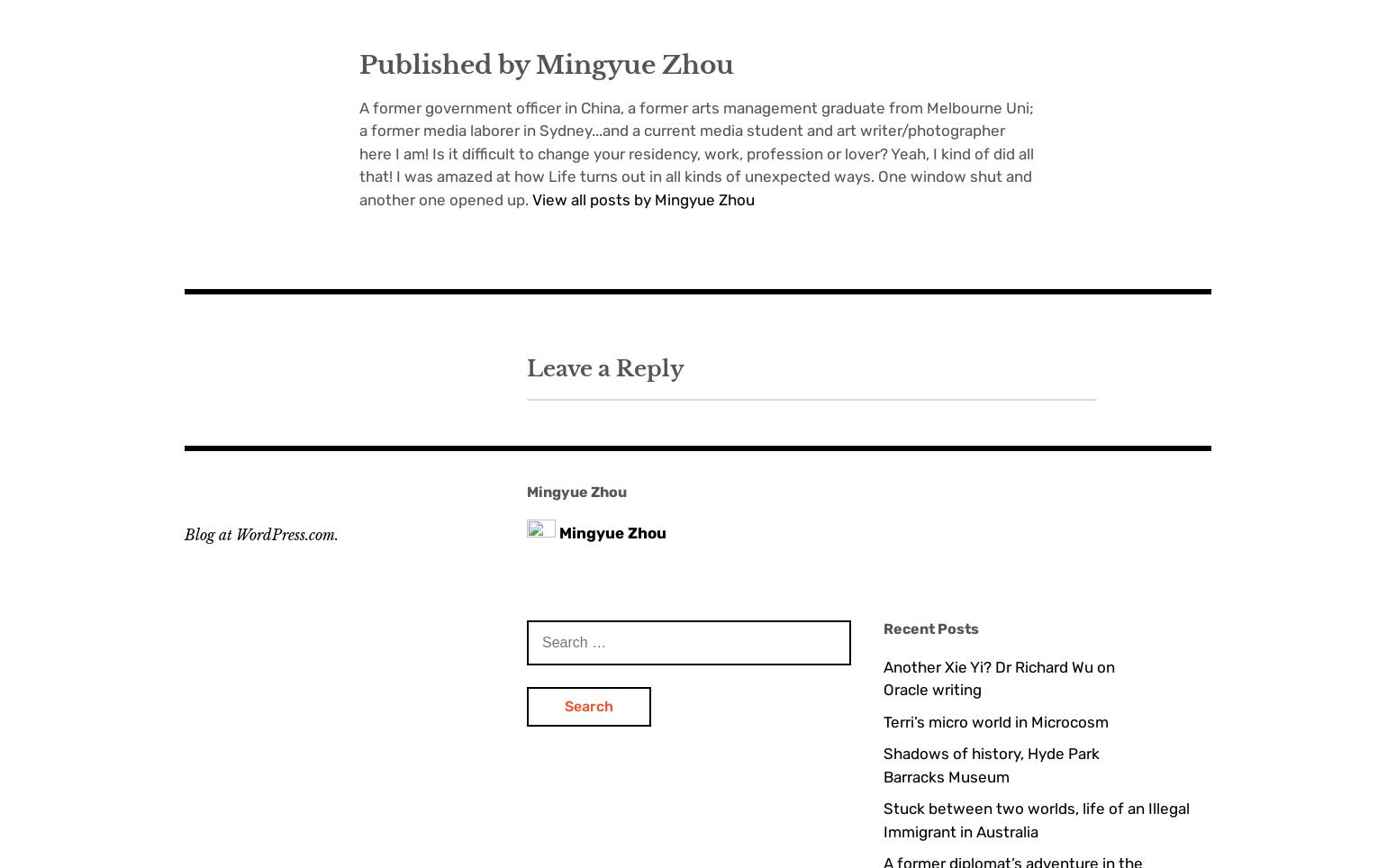 This screenshot has height=868, width=1396. Describe the element at coordinates (994, 720) in the screenshot. I see `'Terri’s micro world in Microcosm'` at that location.